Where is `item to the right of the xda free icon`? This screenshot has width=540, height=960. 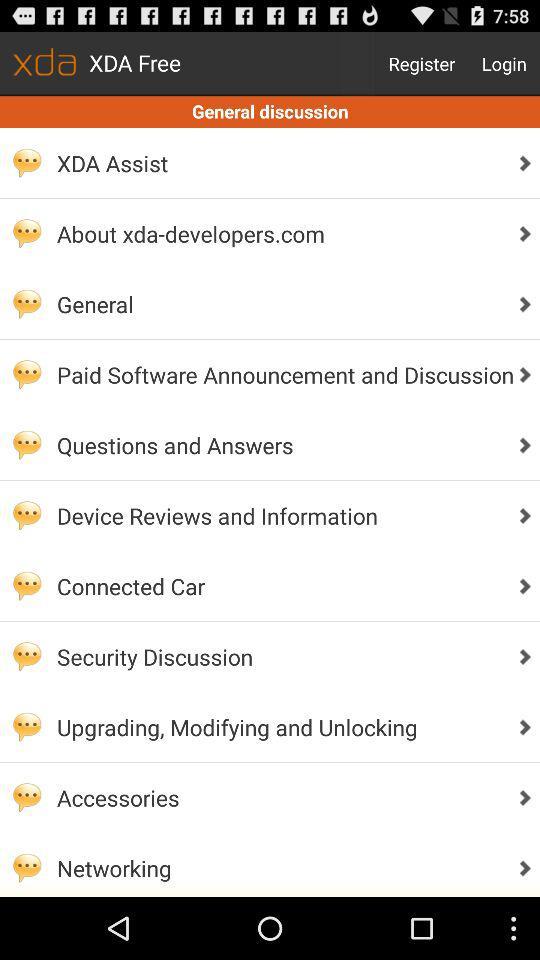
item to the right of the xda free icon is located at coordinates (421, 63).